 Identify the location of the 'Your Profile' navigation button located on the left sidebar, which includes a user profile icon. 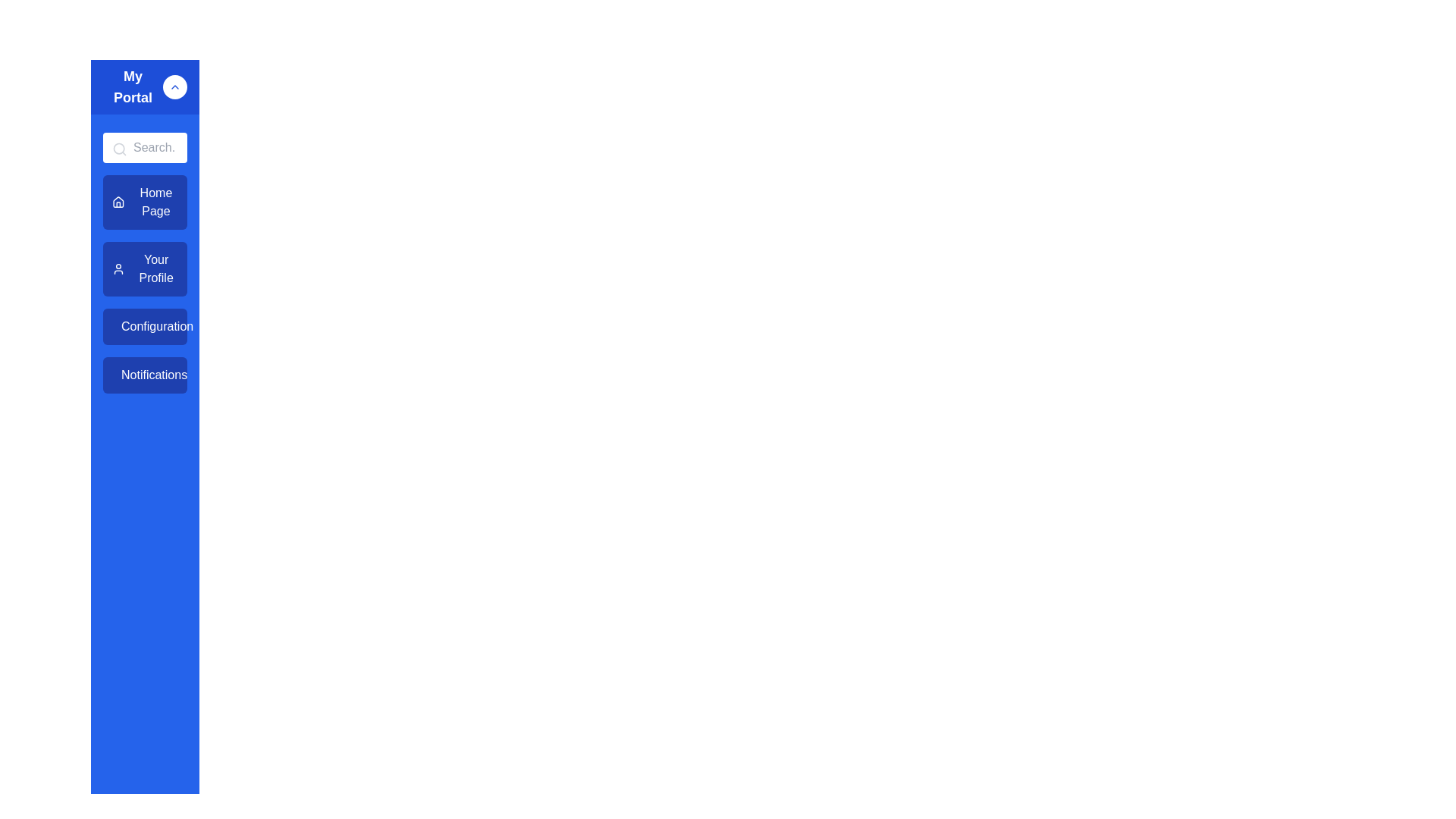
(118, 268).